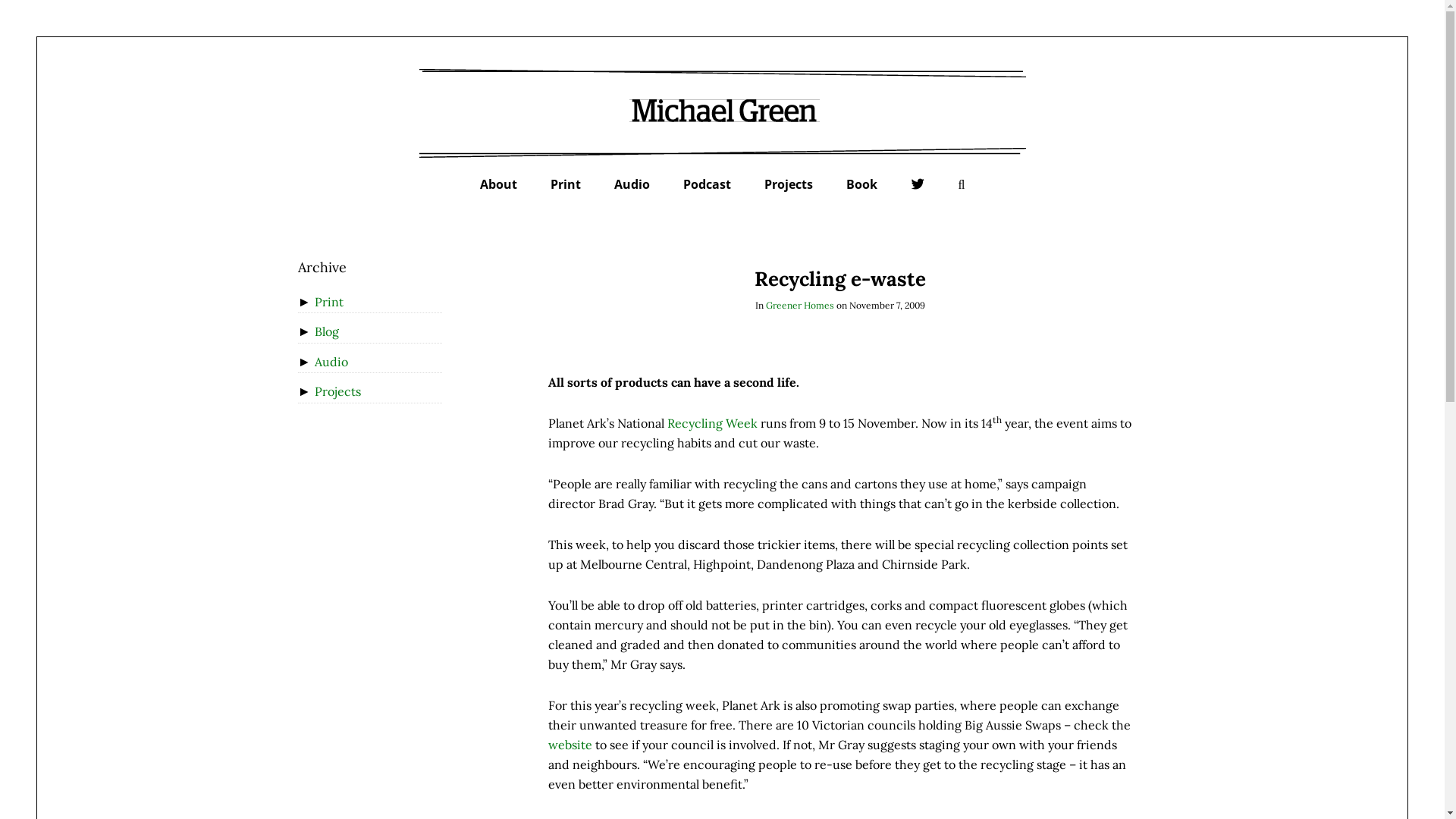 The width and height of the screenshot is (1456, 819). What do you see at coordinates (568, 744) in the screenshot?
I see `'website'` at bounding box center [568, 744].